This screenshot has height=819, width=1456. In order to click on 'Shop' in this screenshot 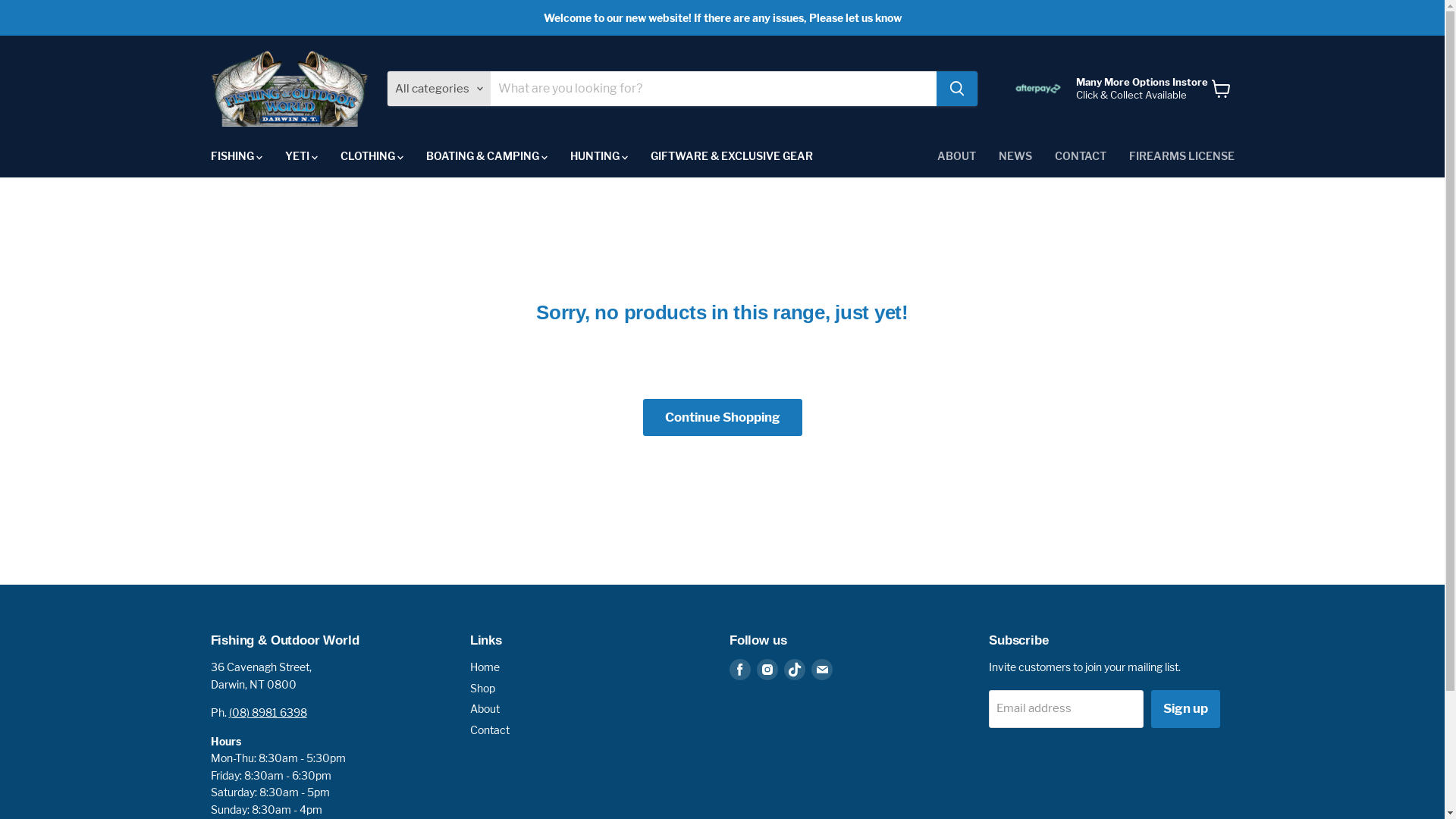, I will do `click(482, 688)`.